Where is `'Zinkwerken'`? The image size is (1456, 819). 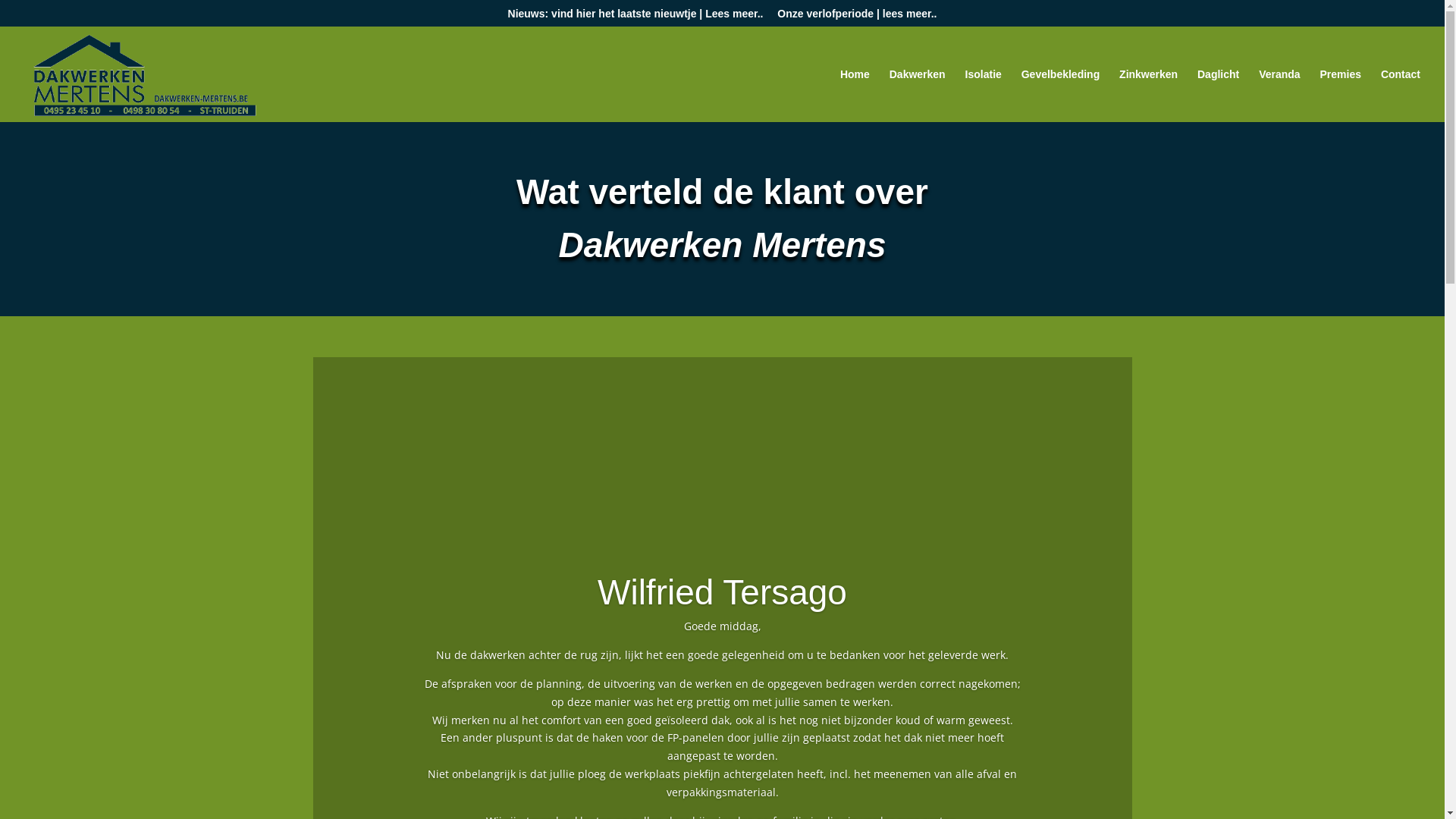
'Zinkwerken' is located at coordinates (1148, 96).